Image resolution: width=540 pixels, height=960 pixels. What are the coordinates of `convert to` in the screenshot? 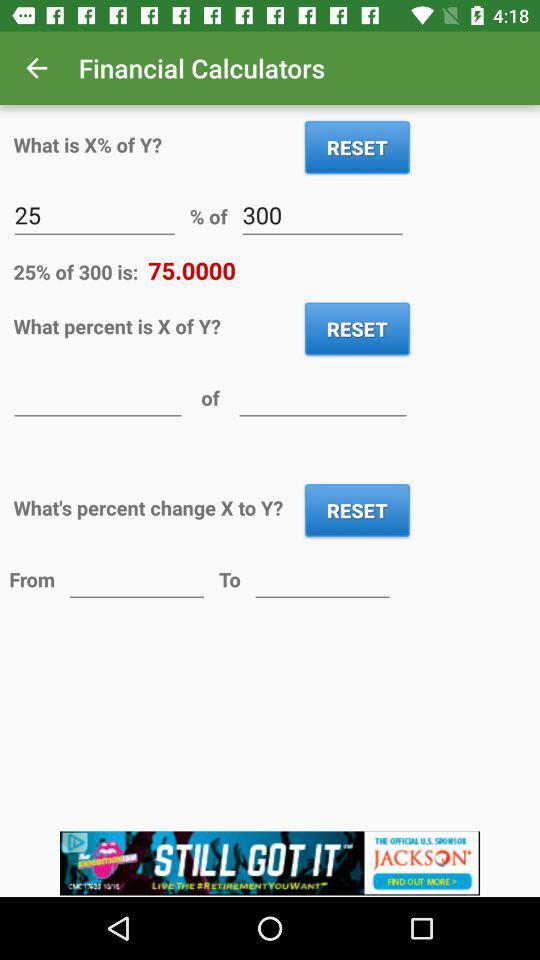 It's located at (322, 578).